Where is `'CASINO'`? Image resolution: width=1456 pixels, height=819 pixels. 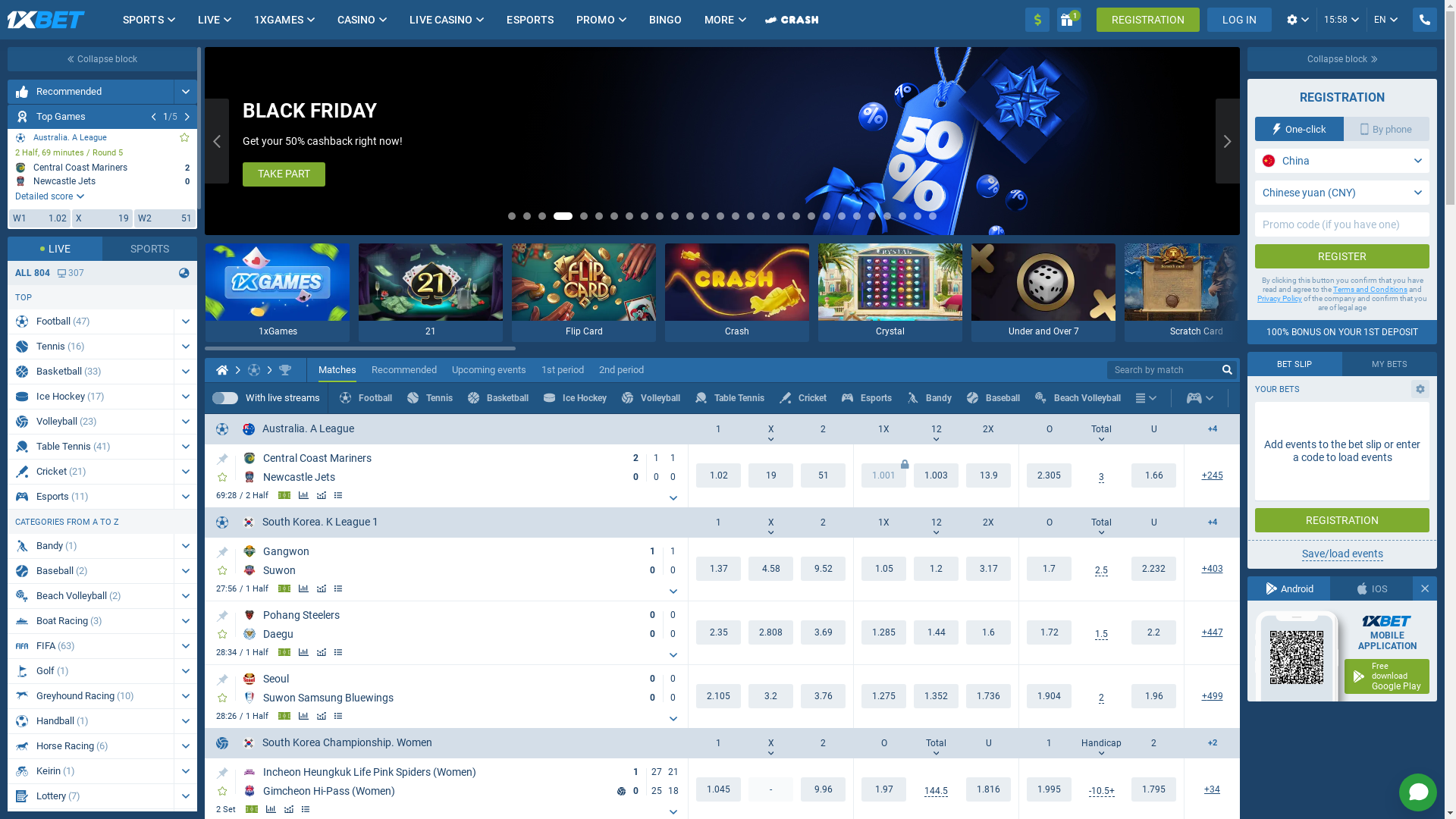
'CASINO' is located at coordinates (356, 20).